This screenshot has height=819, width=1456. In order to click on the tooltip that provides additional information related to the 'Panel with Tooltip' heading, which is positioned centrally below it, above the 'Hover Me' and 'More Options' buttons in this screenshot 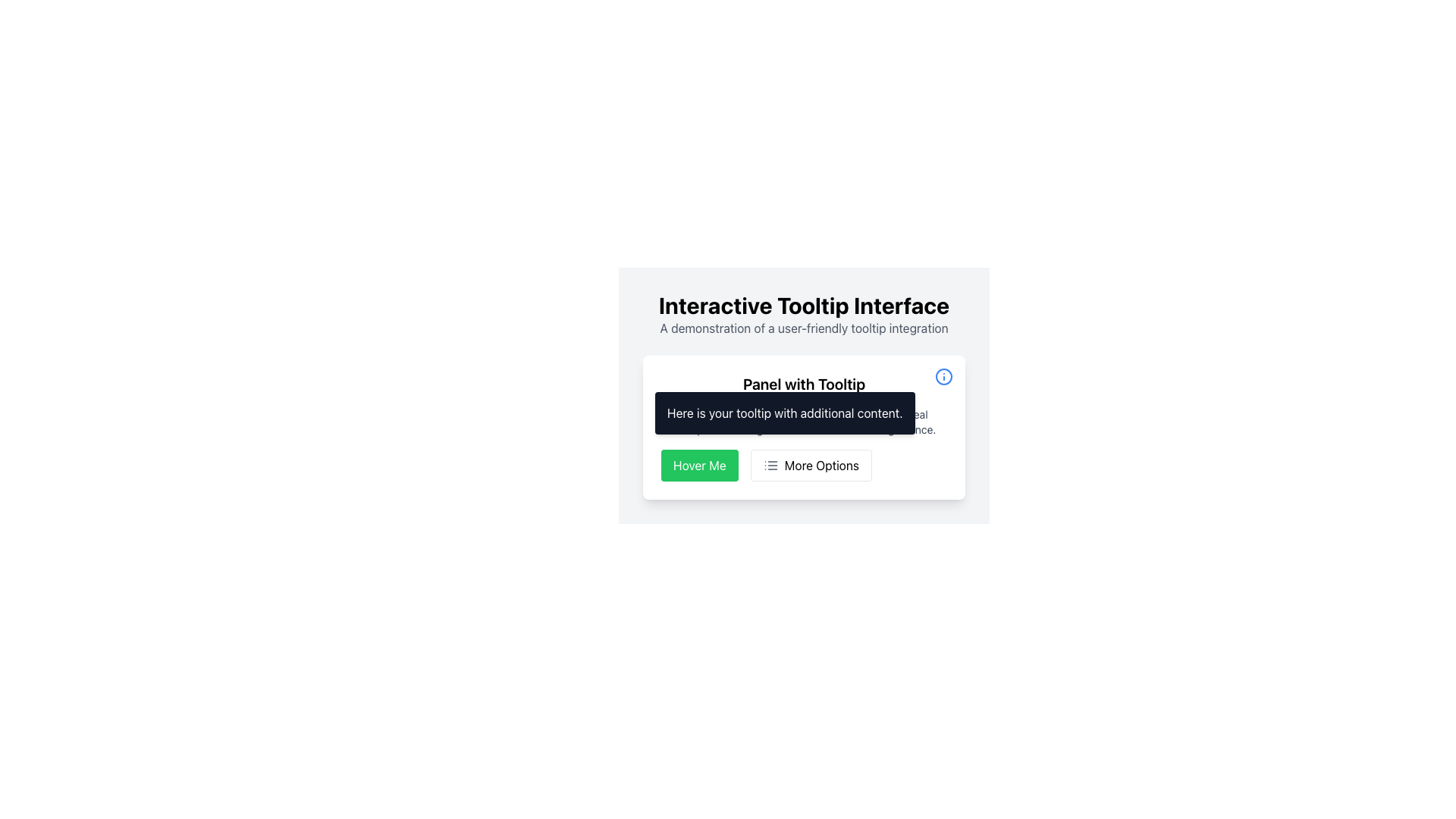, I will do `click(803, 427)`.